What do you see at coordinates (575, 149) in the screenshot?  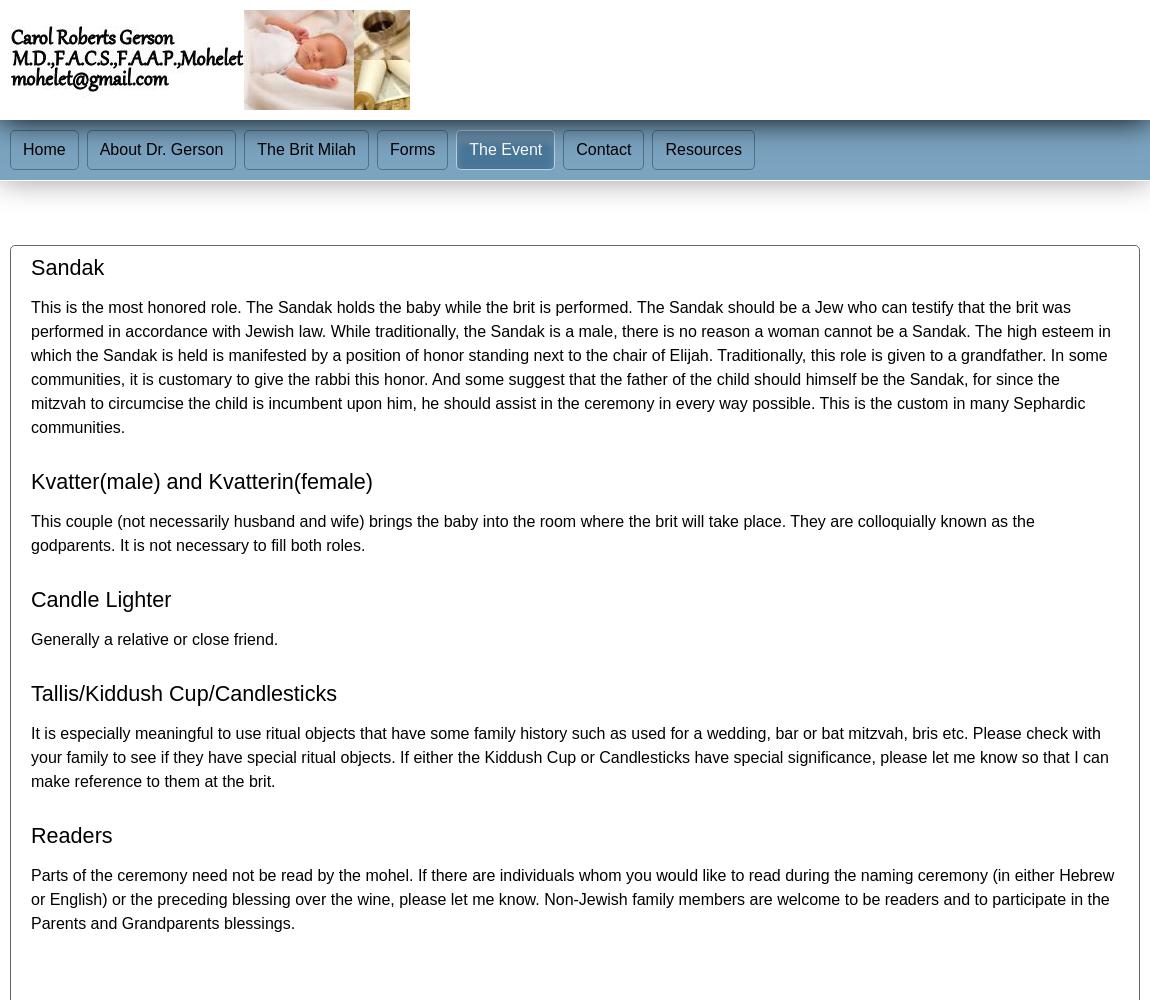 I see `'Contact'` at bounding box center [575, 149].